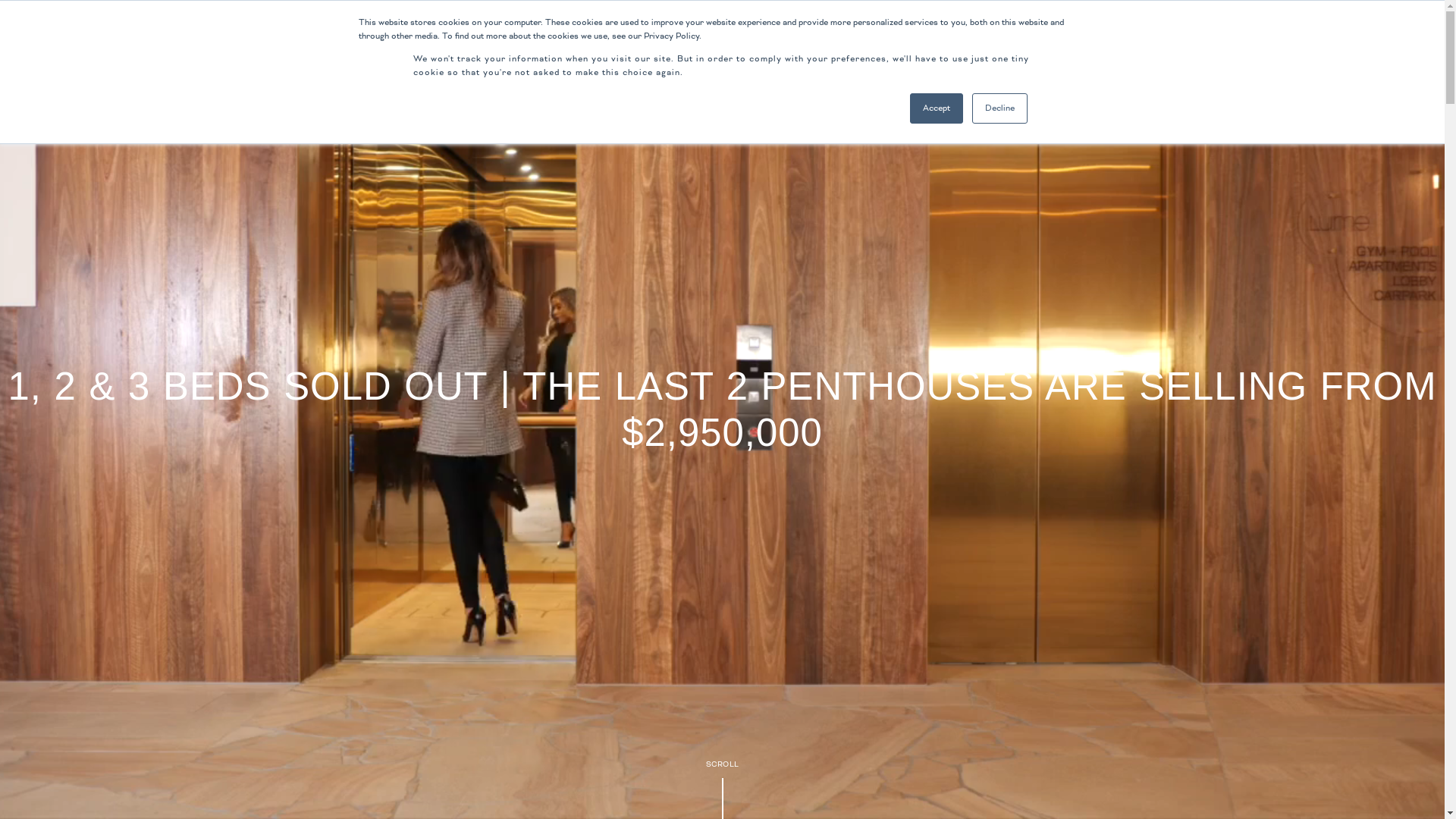 Image resolution: width=1456 pixels, height=819 pixels. Describe the element at coordinates (935, 107) in the screenshot. I see `'Accept'` at that location.